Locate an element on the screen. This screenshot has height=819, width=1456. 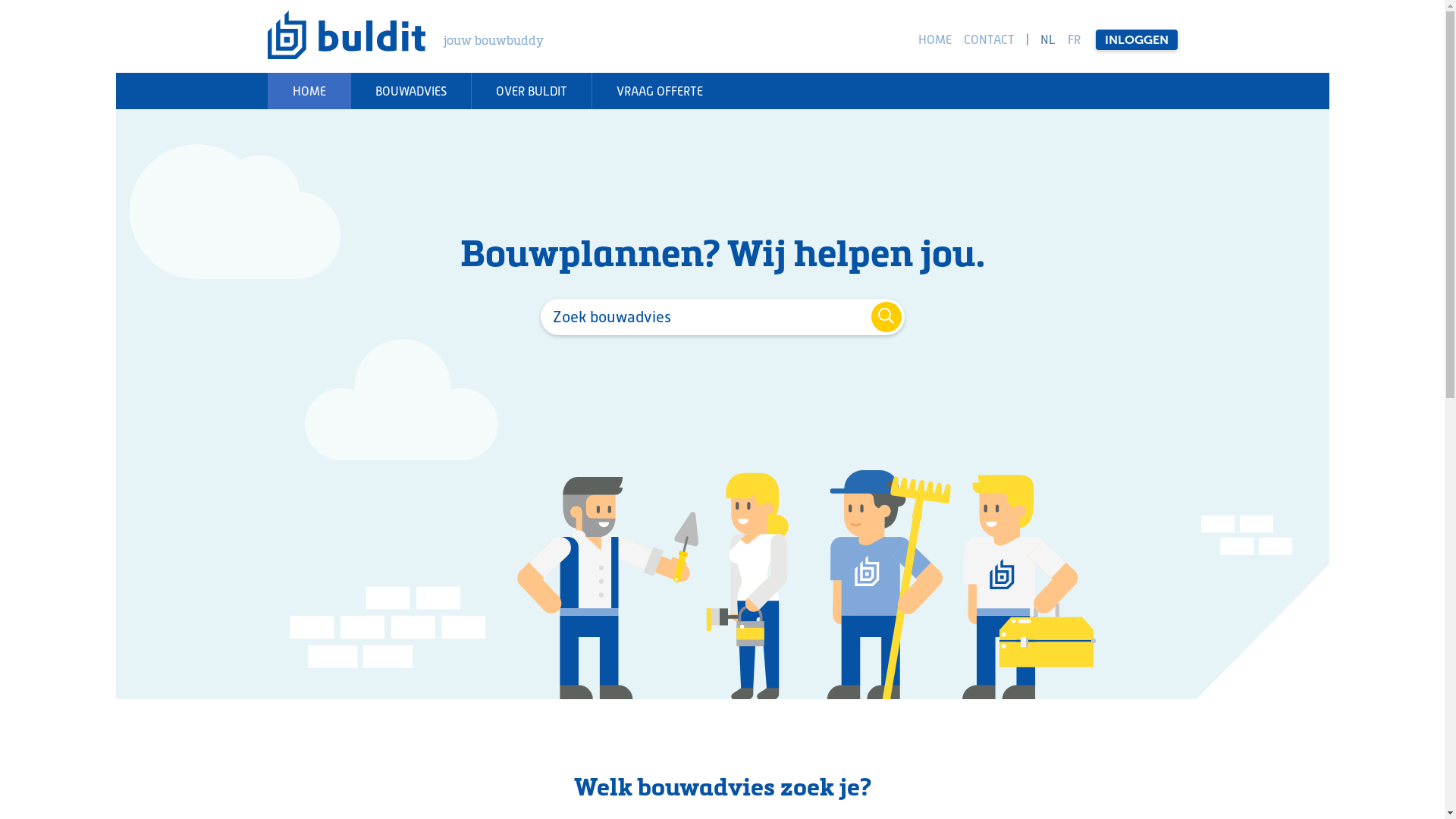
'BOUWADVIES' is located at coordinates (410, 90).